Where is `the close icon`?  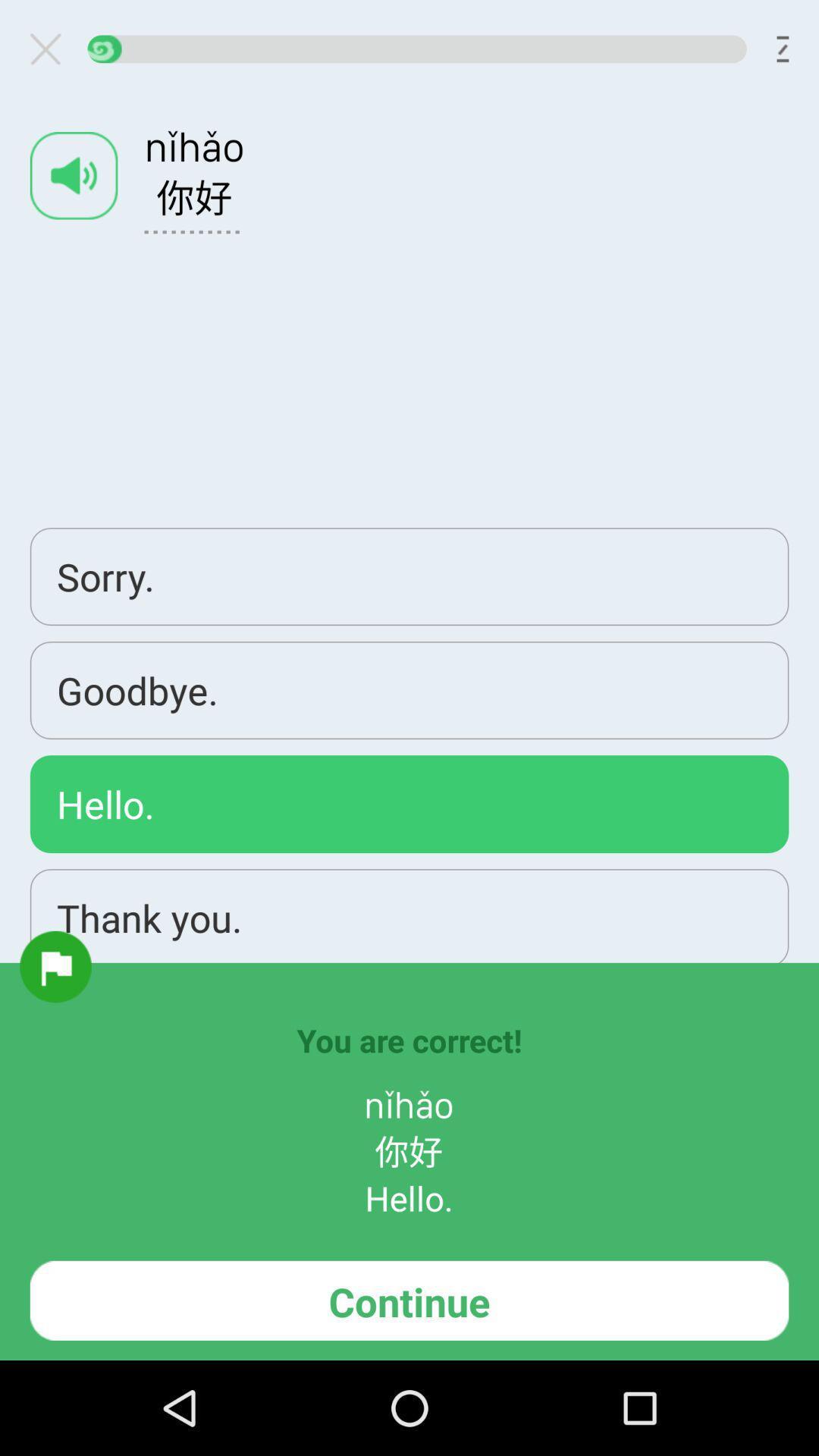 the close icon is located at coordinates (51, 52).